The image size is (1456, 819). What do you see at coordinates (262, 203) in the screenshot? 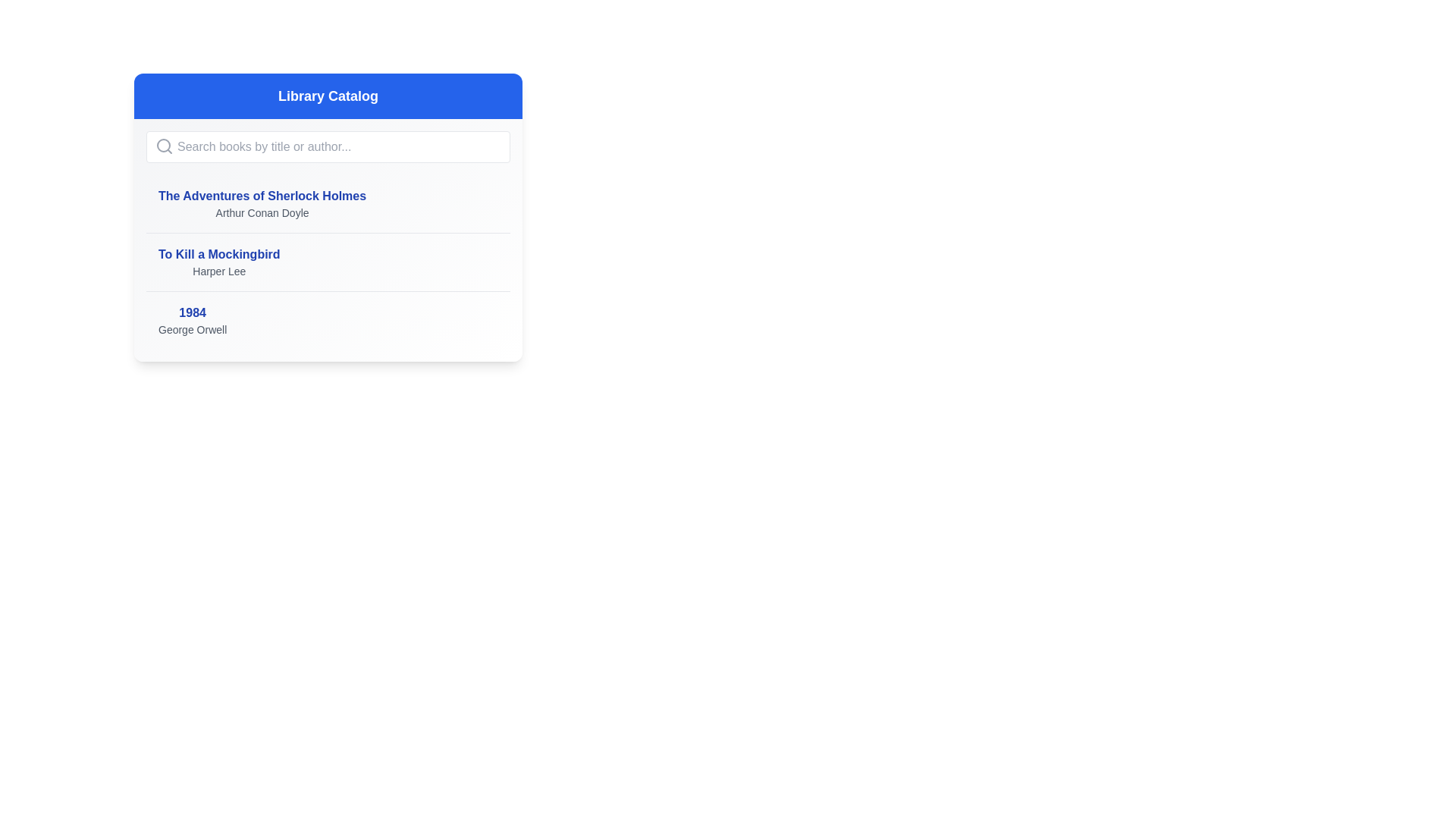
I see `the first book entry in the library catalog, which includes the book title and author name, located directly below the search bar` at bounding box center [262, 203].